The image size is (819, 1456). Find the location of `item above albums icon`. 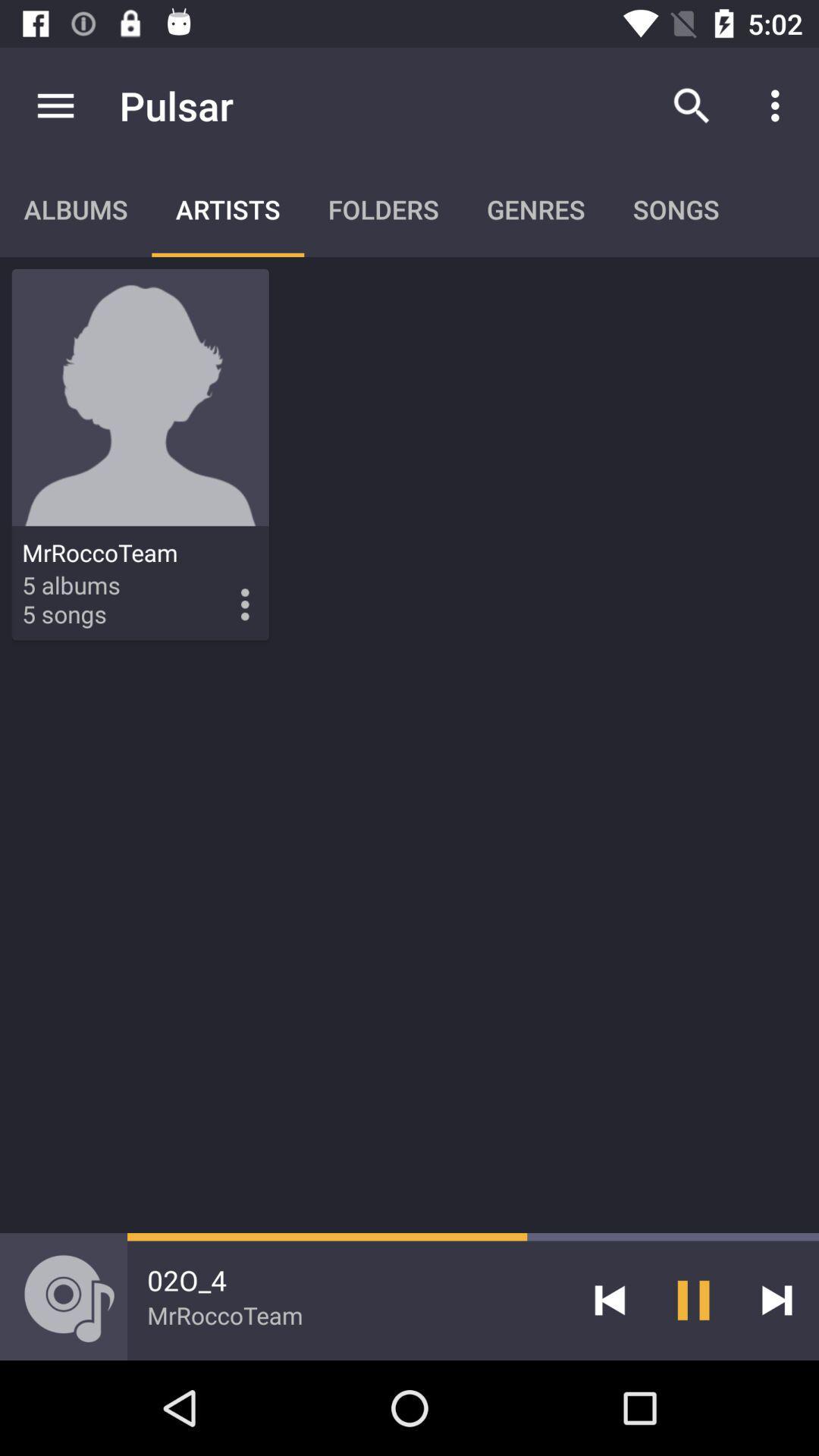

item above albums icon is located at coordinates (55, 105).